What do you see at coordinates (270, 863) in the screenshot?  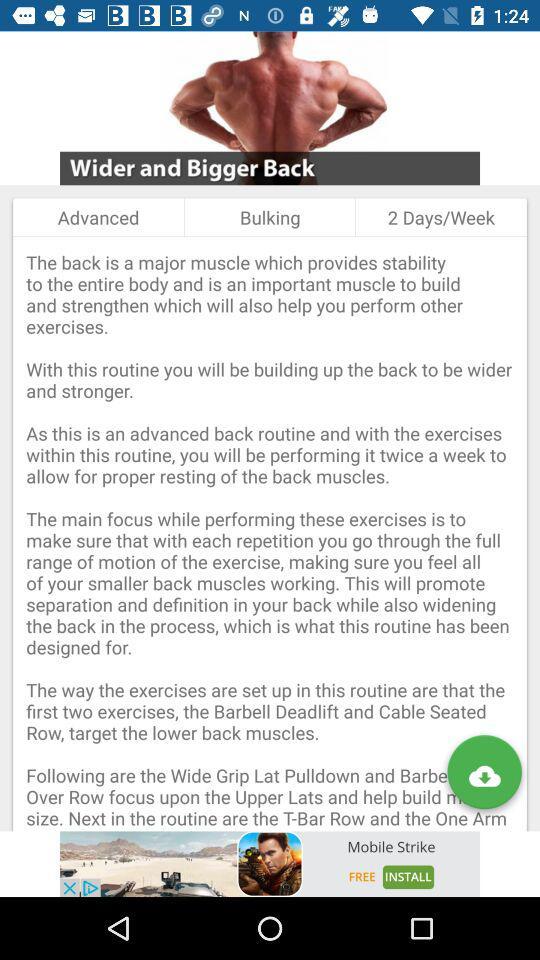 I see `cookies` at bounding box center [270, 863].